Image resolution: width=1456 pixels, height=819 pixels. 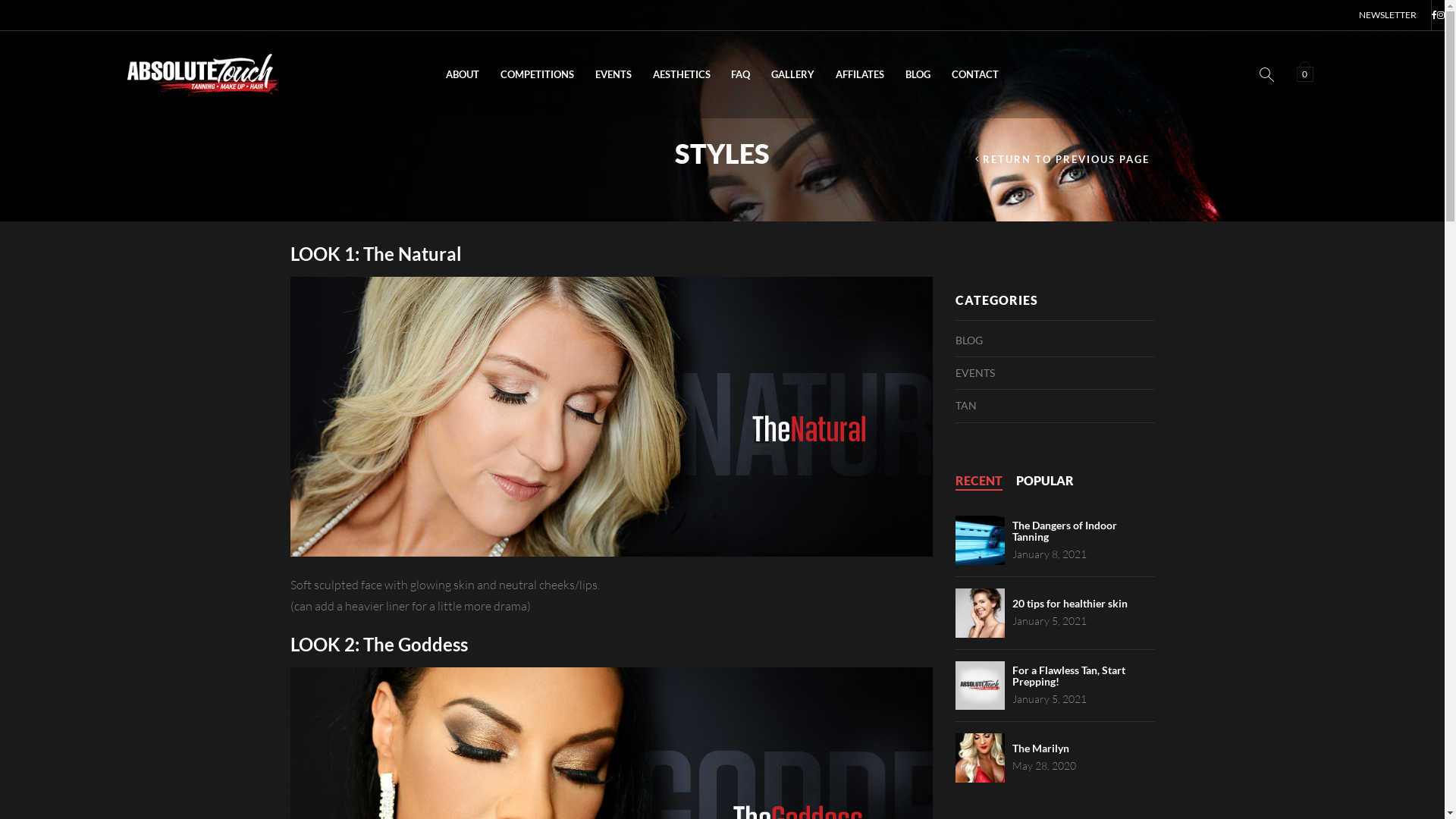 I want to click on '20 tips for healthier skin', so click(x=1069, y=602).